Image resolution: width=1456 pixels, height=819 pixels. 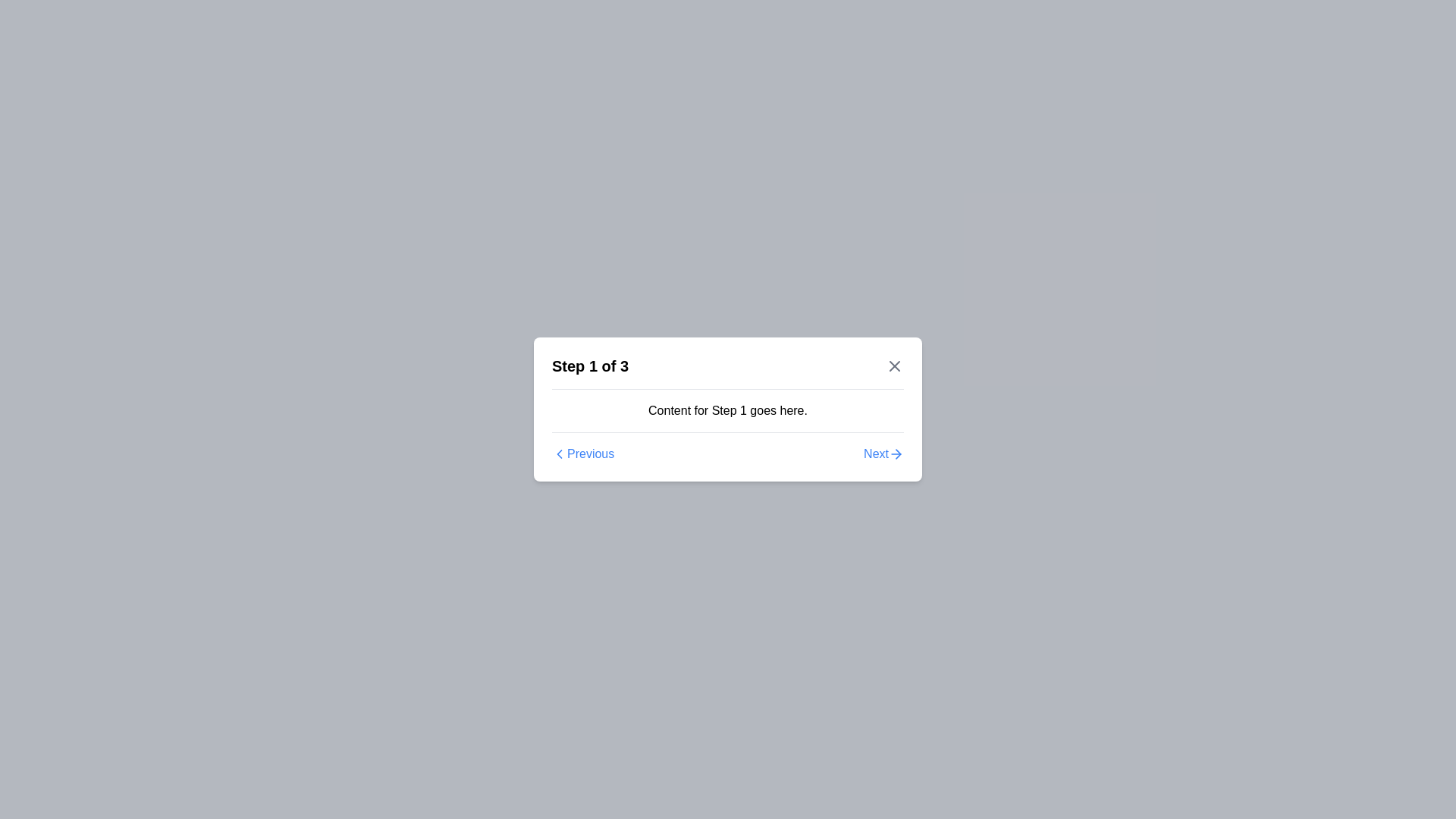 I want to click on the 'Previous' button located in the bottom-left corner of the dialog interface, so click(x=582, y=453).